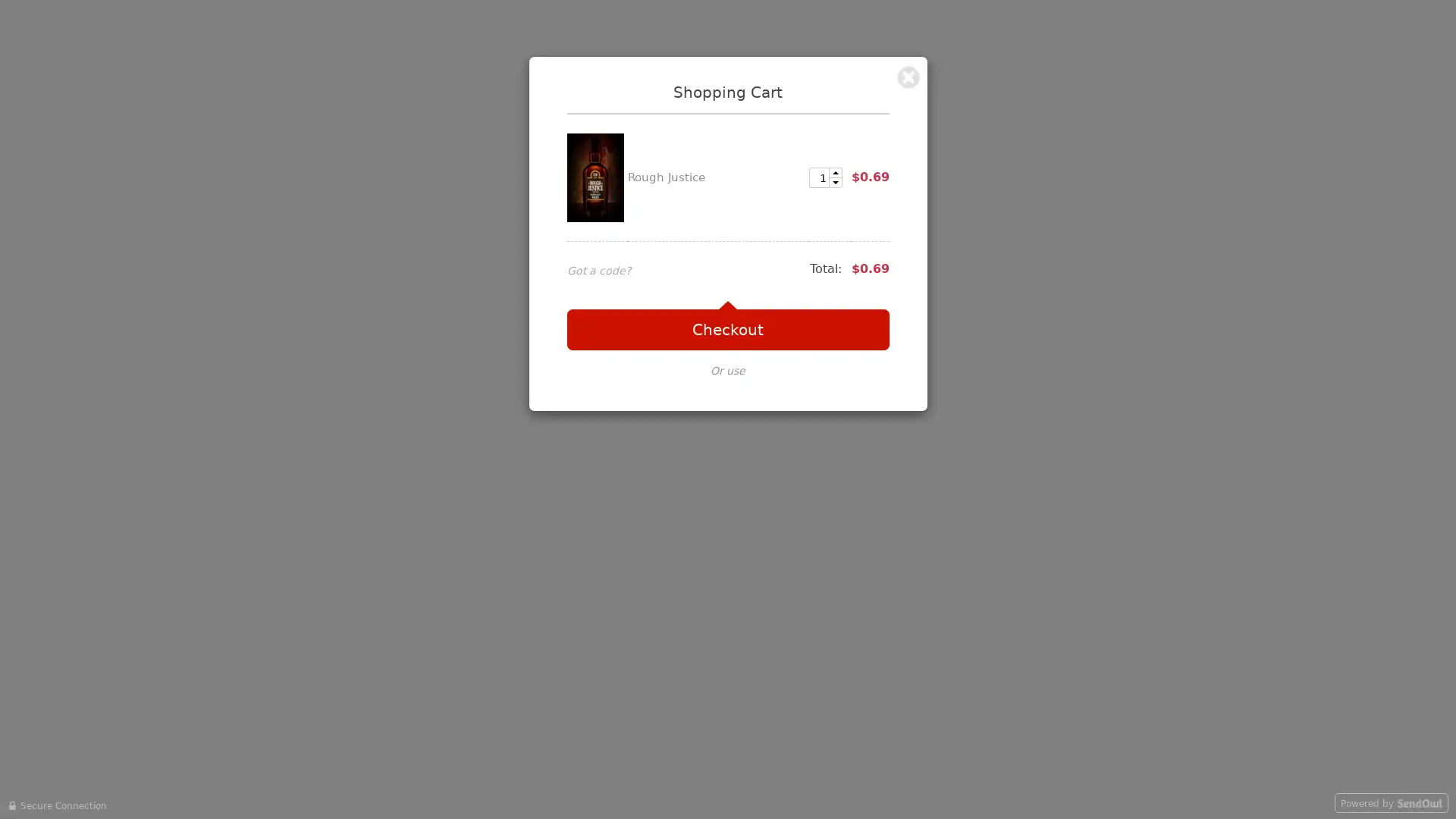 This screenshot has width=1456, height=819. I want to click on Checkout, so click(726, 329).